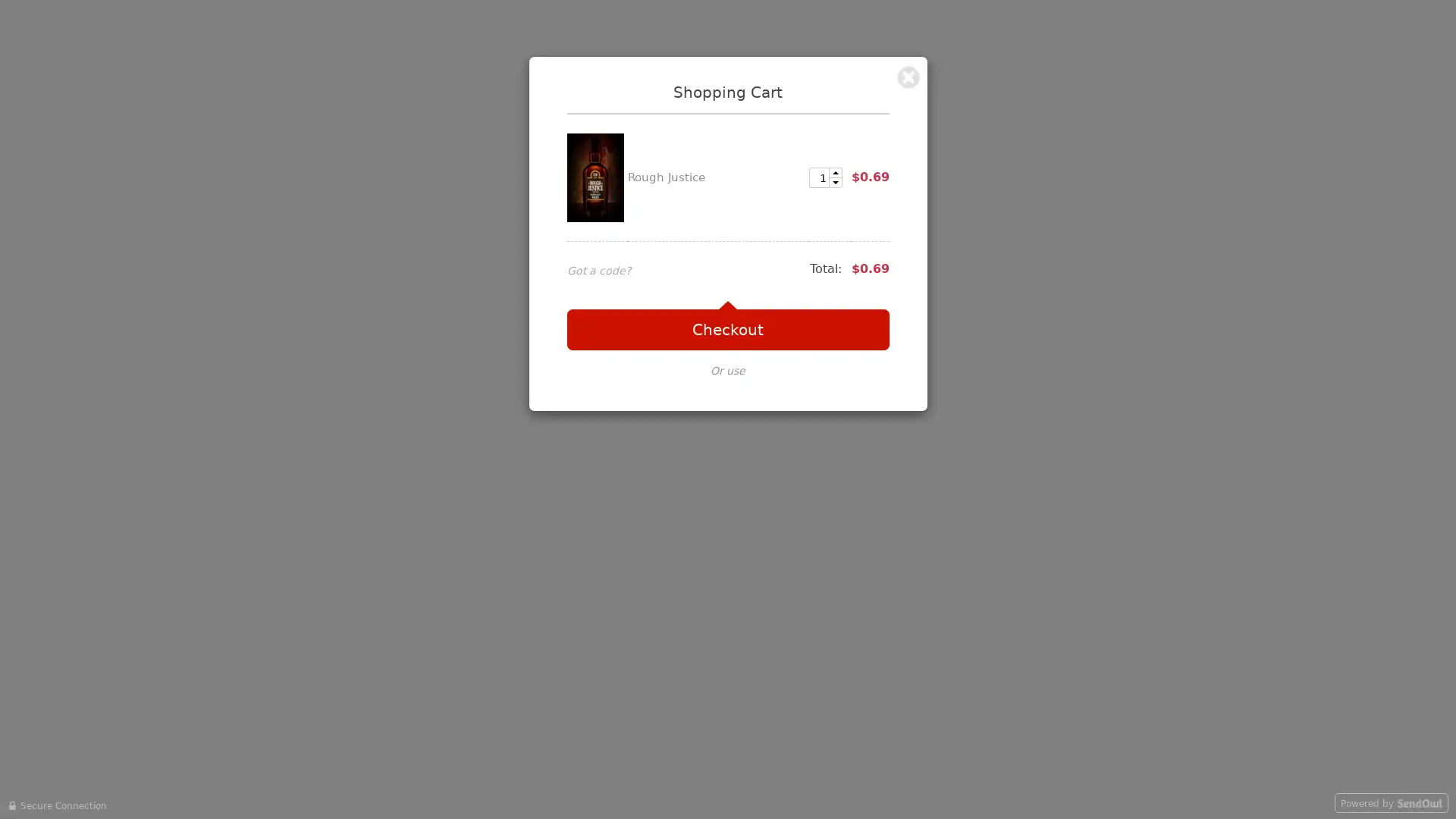 This screenshot has width=1456, height=819. I want to click on Checkout, so click(726, 329).